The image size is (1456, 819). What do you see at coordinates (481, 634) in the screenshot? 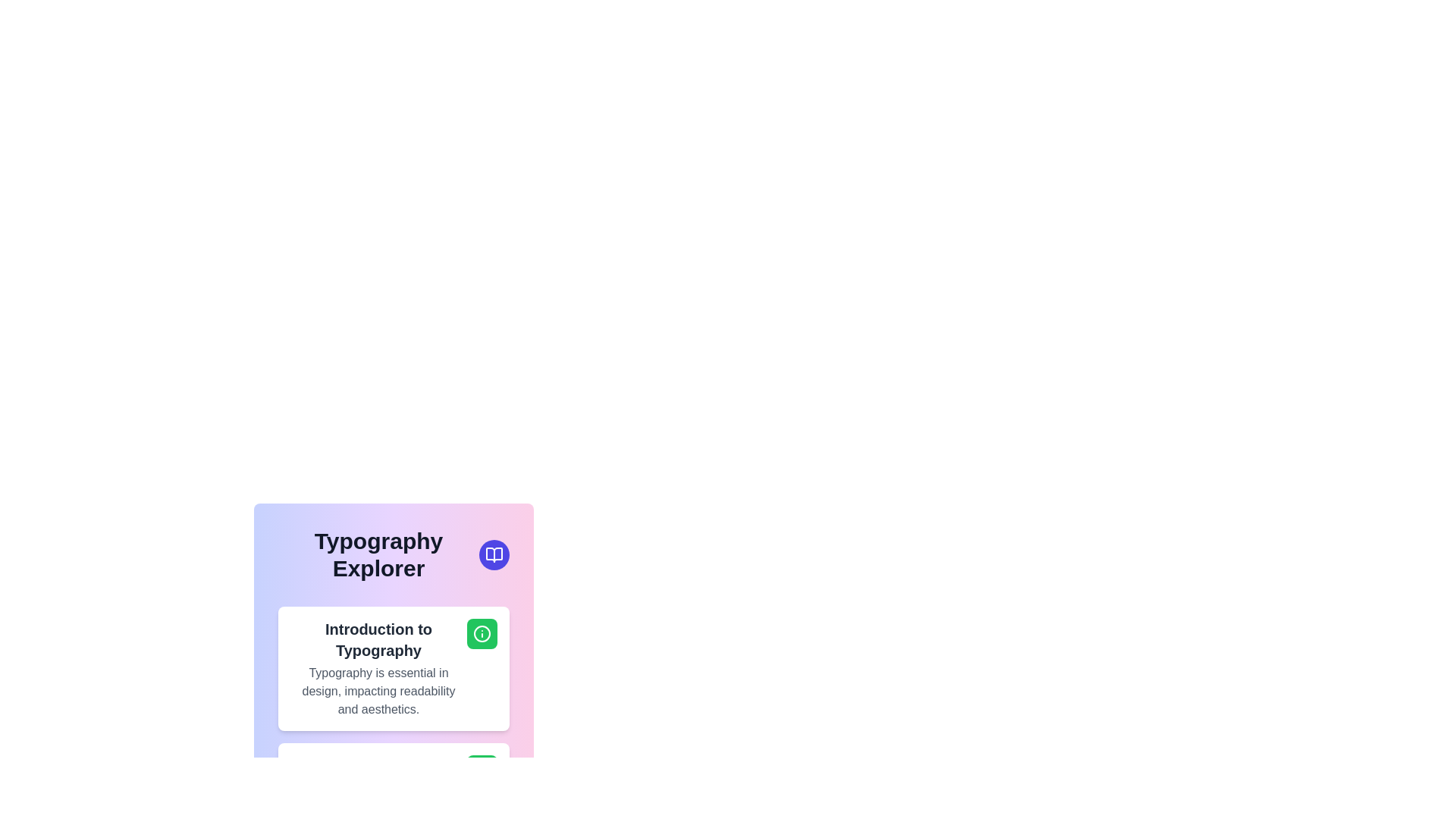
I see `the green button with a white circular information icon located at the top-right corner of the 'Typography Explorer' card, adjacent to the text 'Introduction to Typography'` at bounding box center [481, 634].